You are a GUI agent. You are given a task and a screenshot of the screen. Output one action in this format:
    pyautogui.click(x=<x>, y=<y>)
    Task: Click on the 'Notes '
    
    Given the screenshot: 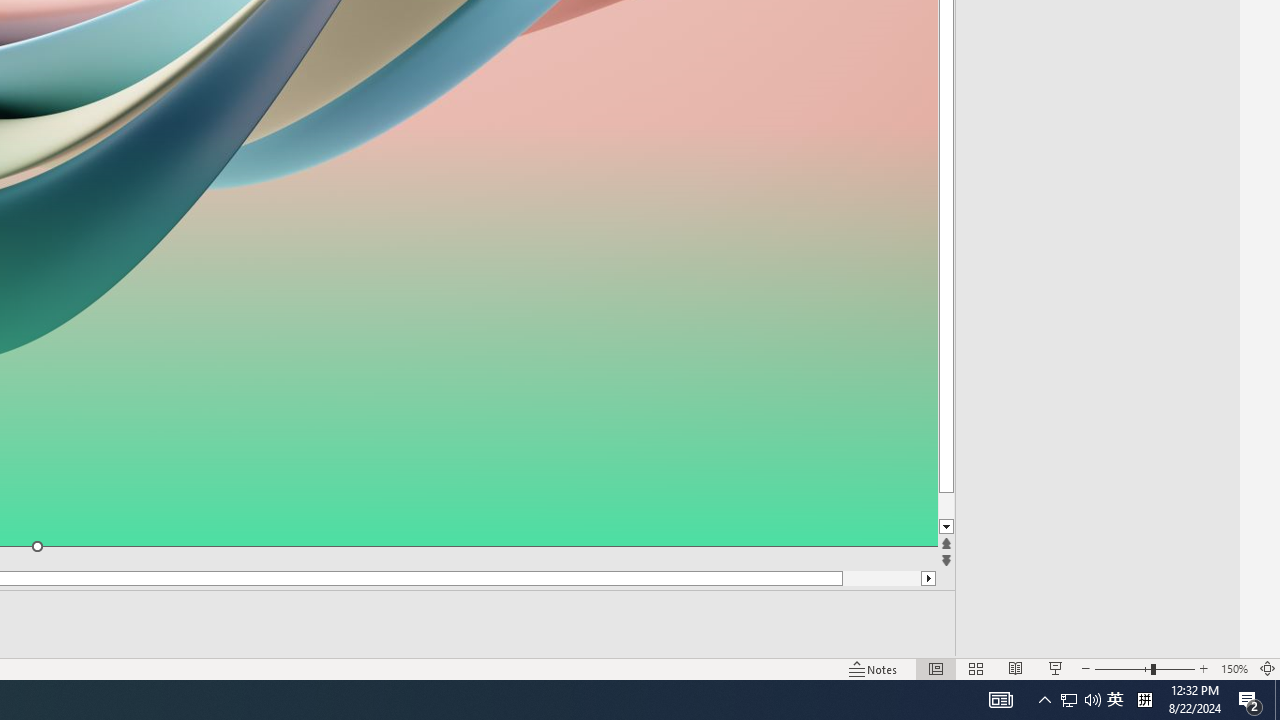 What is the action you would take?
    pyautogui.click(x=874, y=669)
    